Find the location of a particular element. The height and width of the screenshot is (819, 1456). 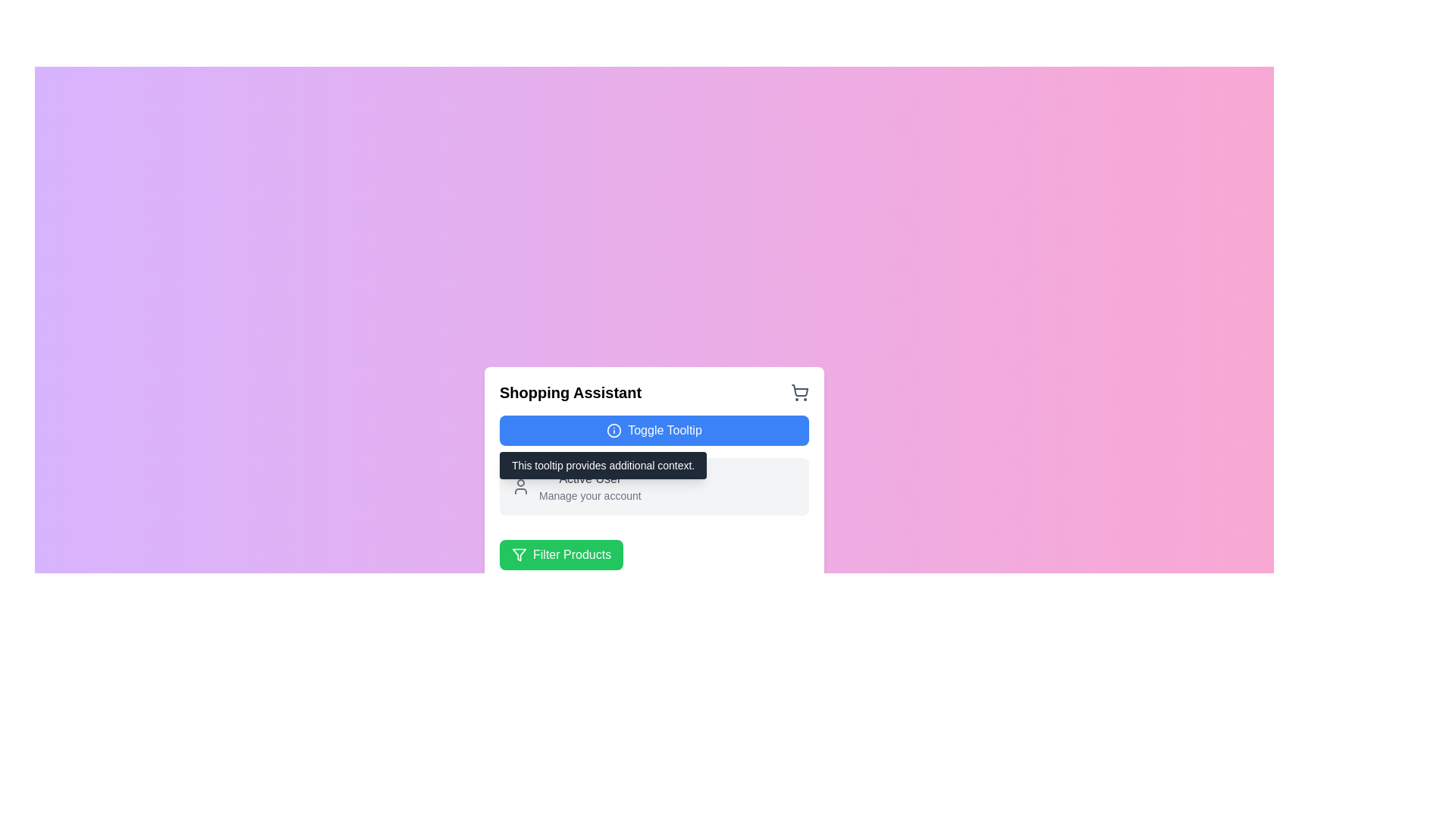

the person icon, which is gray in color and located to the left of the 'Active User' section with the subtitle 'Manage your account.' is located at coordinates (520, 486).